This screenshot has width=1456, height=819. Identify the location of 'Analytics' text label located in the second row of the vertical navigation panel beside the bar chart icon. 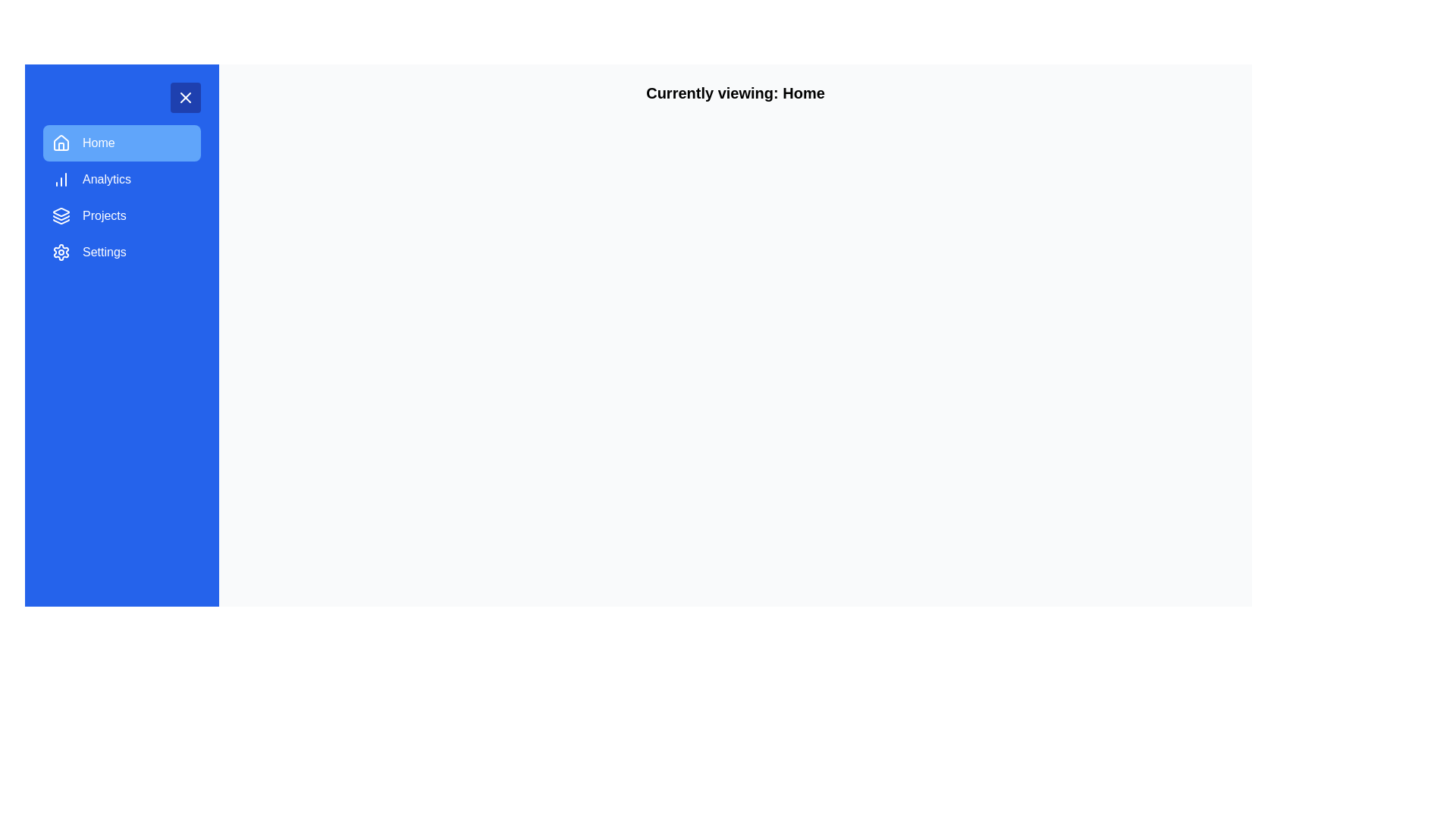
(105, 178).